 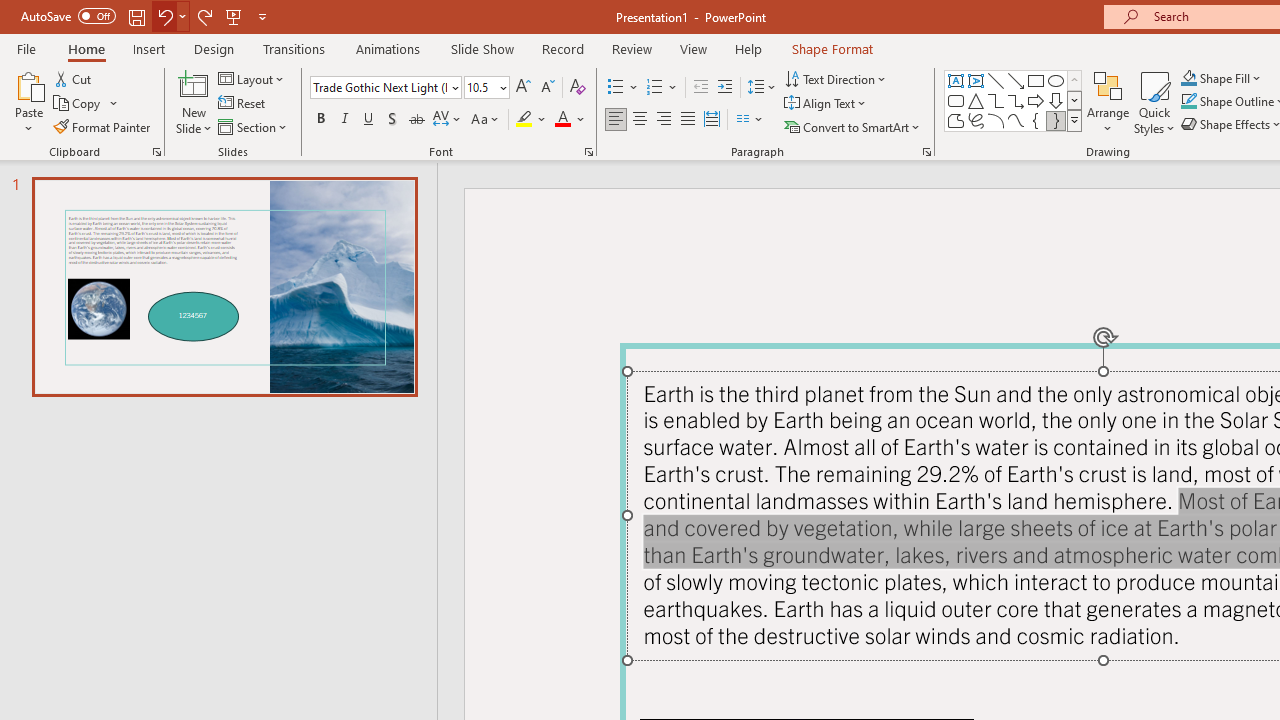 I want to click on 'Arrange', so click(x=1107, y=103).